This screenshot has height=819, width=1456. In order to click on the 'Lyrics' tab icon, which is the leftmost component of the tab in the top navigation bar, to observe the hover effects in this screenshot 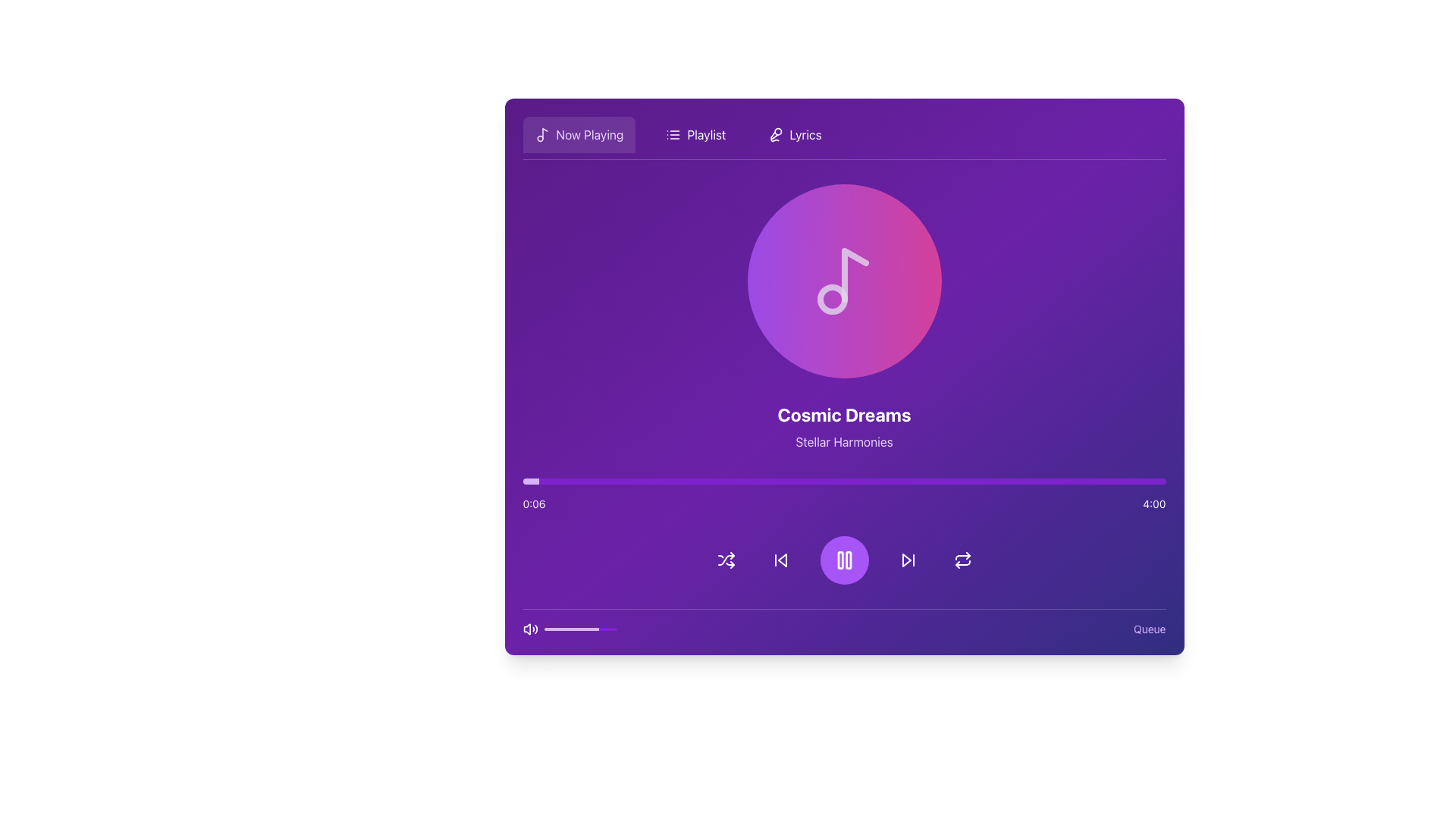, I will do `click(776, 133)`.